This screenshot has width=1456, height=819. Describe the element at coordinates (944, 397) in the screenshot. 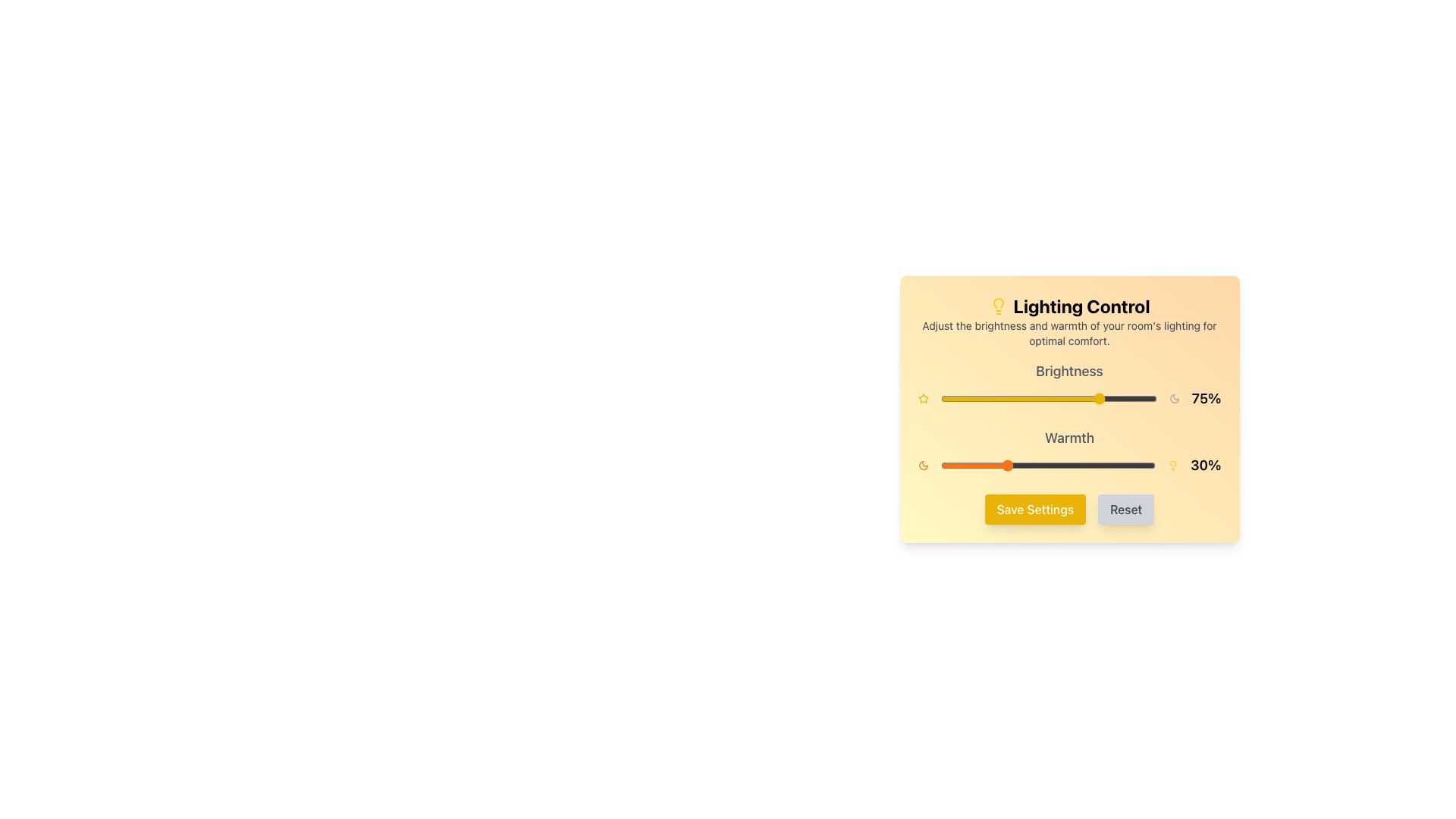

I see `the brightness` at that location.